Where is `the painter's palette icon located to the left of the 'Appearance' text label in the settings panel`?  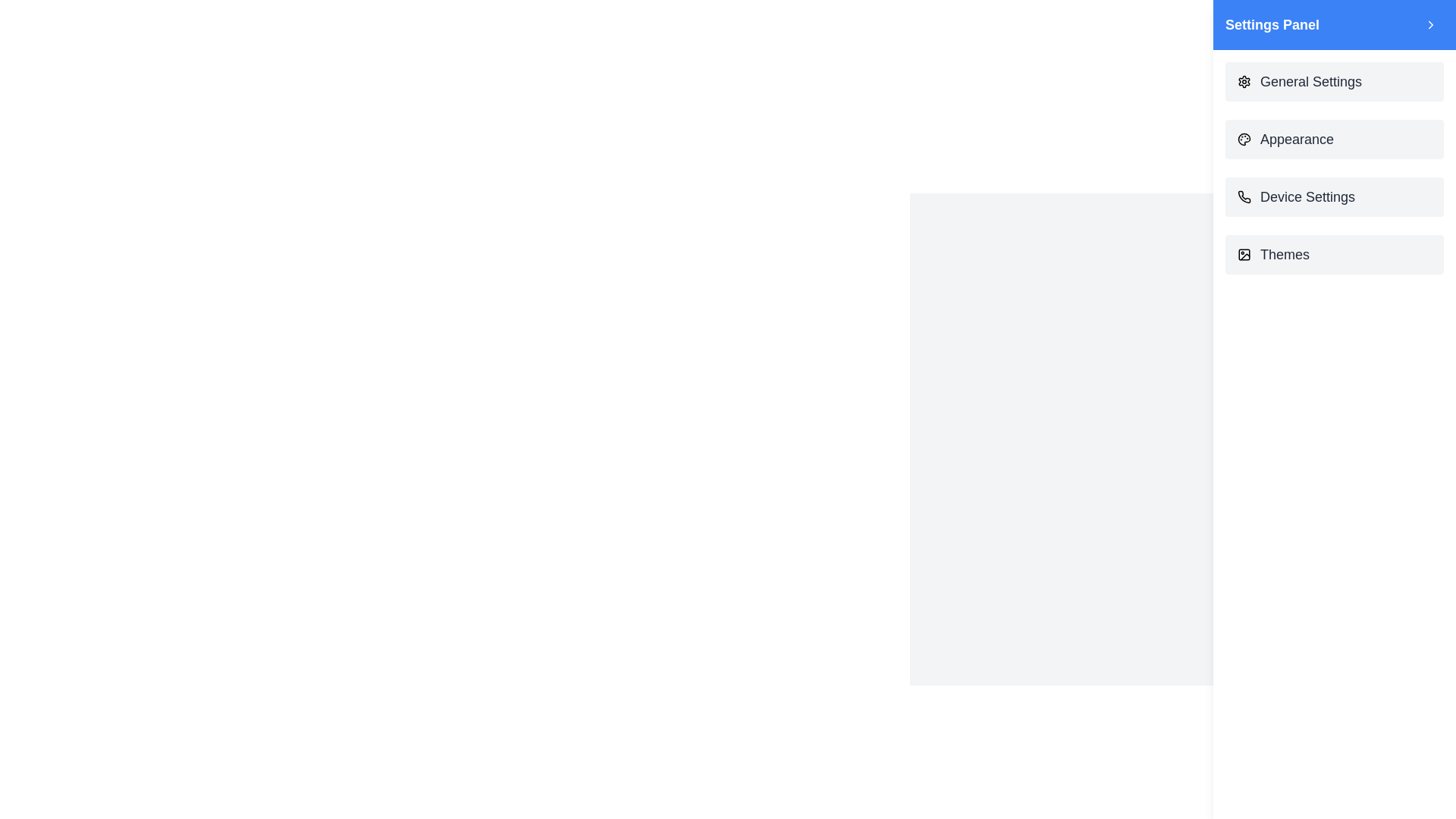 the painter's palette icon located to the left of the 'Appearance' text label in the settings panel is located at coordinates (1244, 140).